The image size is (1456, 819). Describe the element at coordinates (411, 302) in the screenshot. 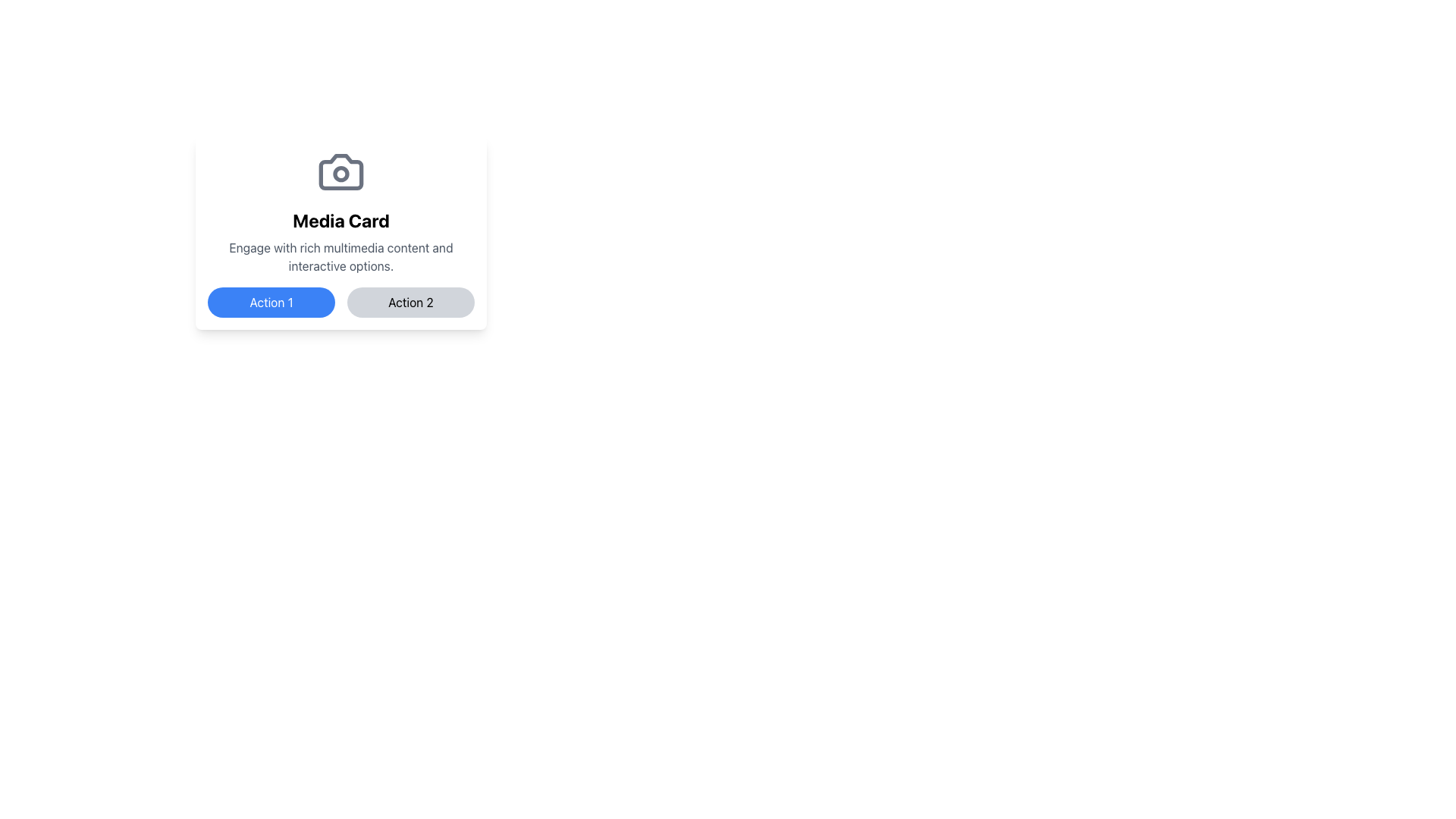

I see `the horizontally elongated button with rounded corners and bold black text reading 'Action 2'` at that location.